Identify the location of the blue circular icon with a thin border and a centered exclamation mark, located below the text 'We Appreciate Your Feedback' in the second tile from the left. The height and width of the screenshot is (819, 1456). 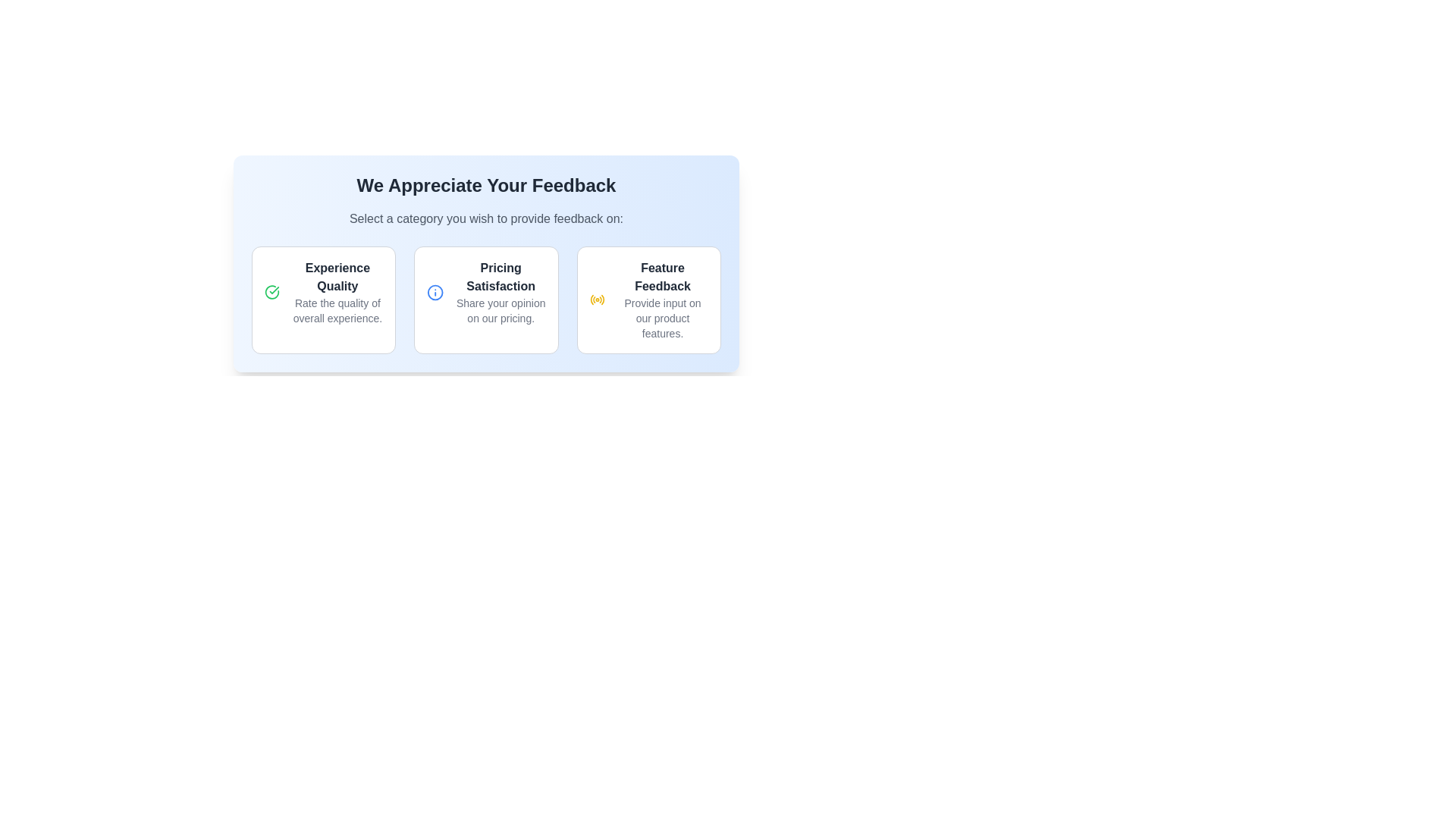
(435, 292).